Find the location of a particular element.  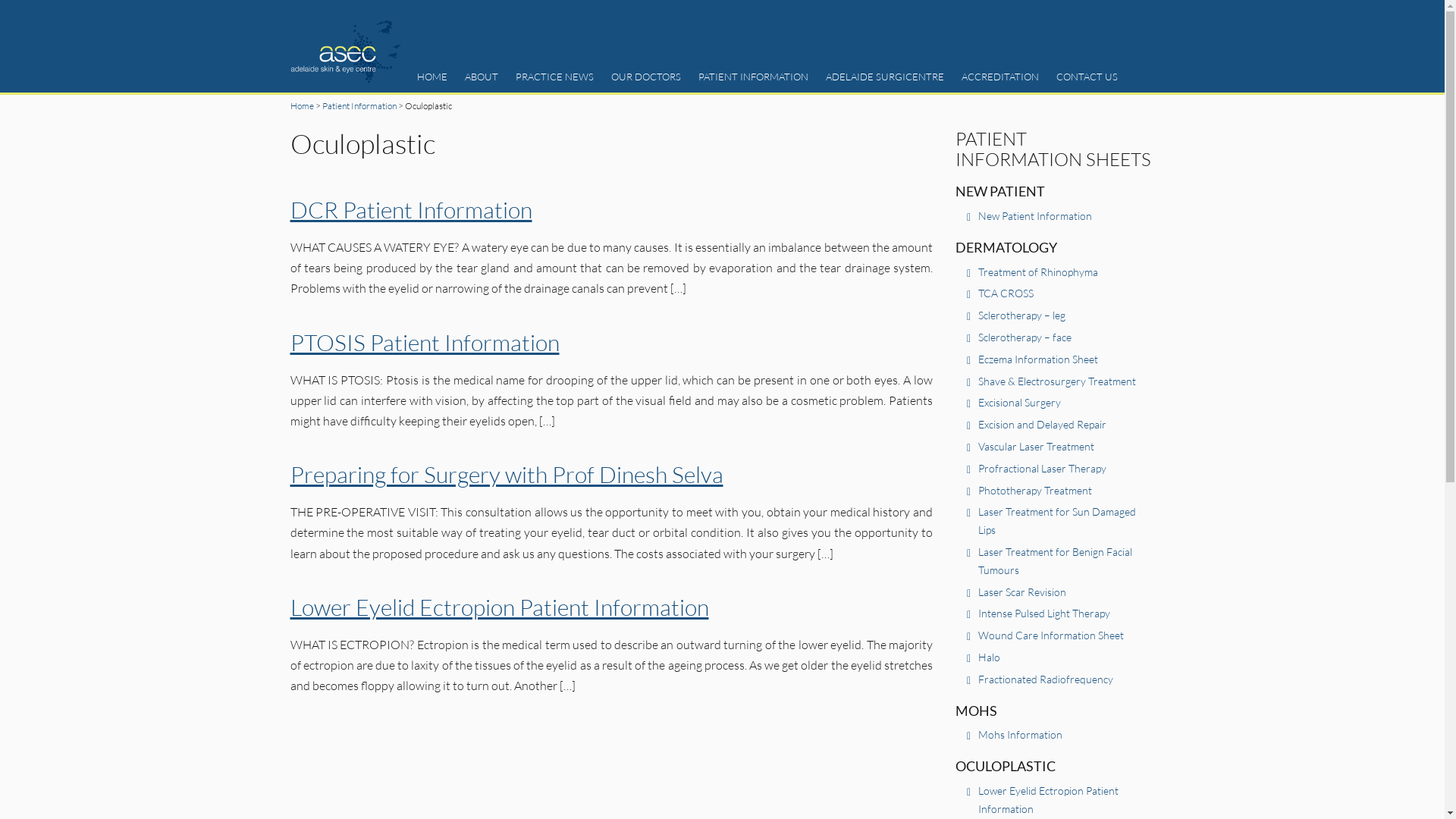

'Laser Treatment for Benign Facial Tumours' is located at coordinates (1054, 560).